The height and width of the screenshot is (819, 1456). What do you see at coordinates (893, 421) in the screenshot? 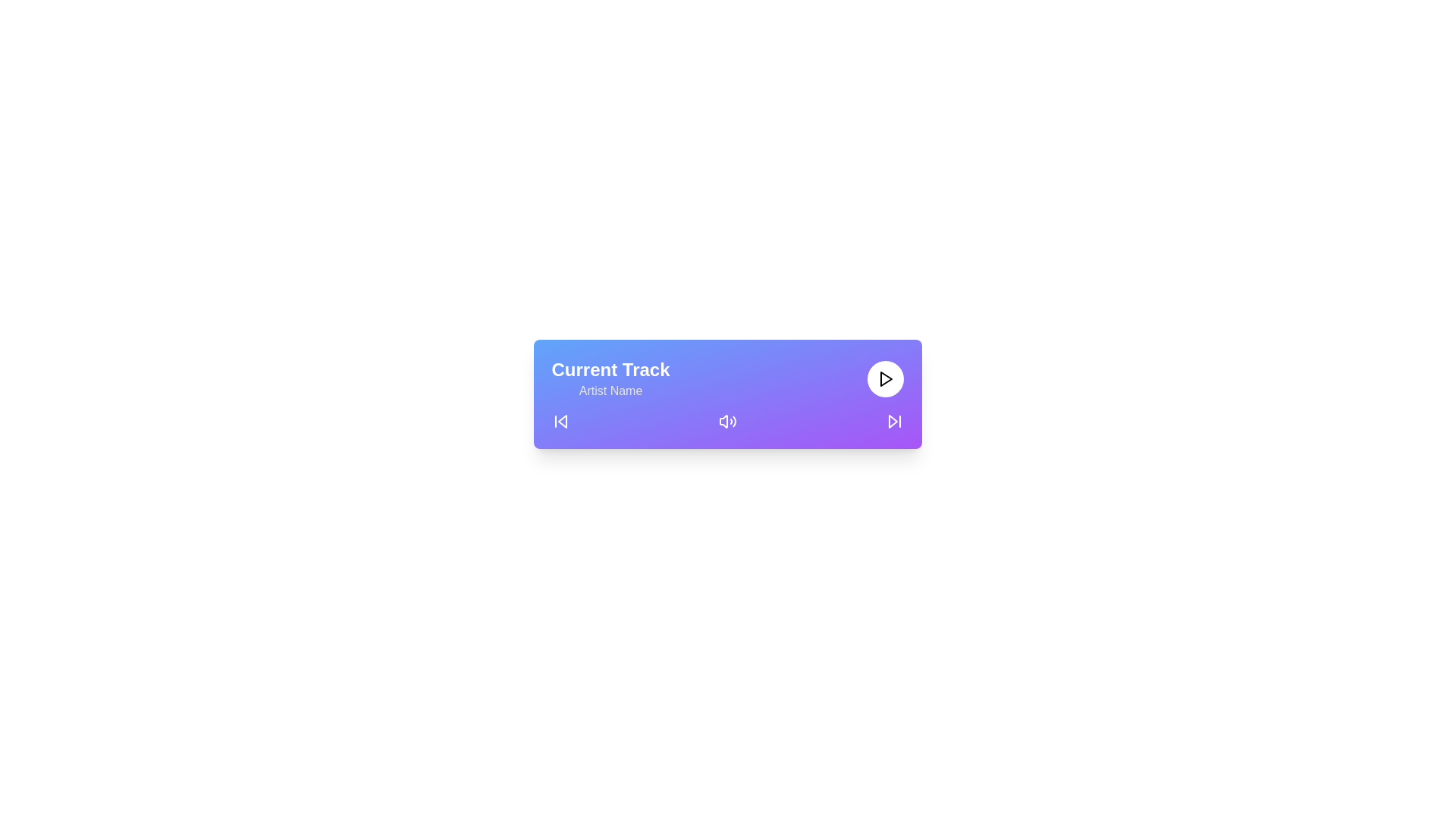
I see `the 'Skip Forward' button located in the bottom-right corner of the media control interface, which is represented by an SVG Icon` at bounding box center [893, 421].